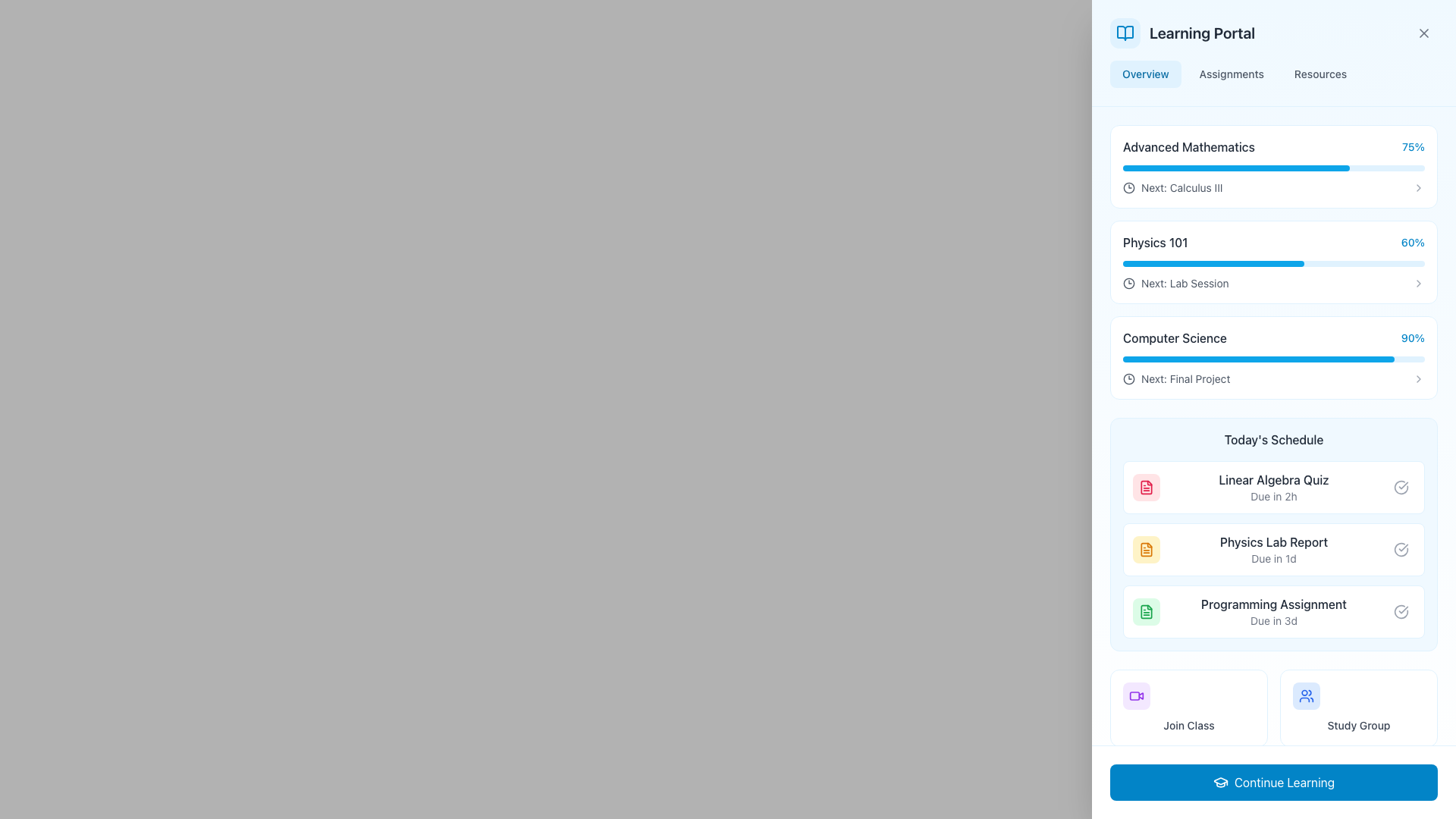 This screenshot has height=819, width=1456. What do you see at coordinates (1175, 284) in the screenshot?
I see `the Text label with accompanying clock icon indicating the next scheduled activity for the 'Physics 101' course, located below the progress bar` at bounding box center [1175, 284].